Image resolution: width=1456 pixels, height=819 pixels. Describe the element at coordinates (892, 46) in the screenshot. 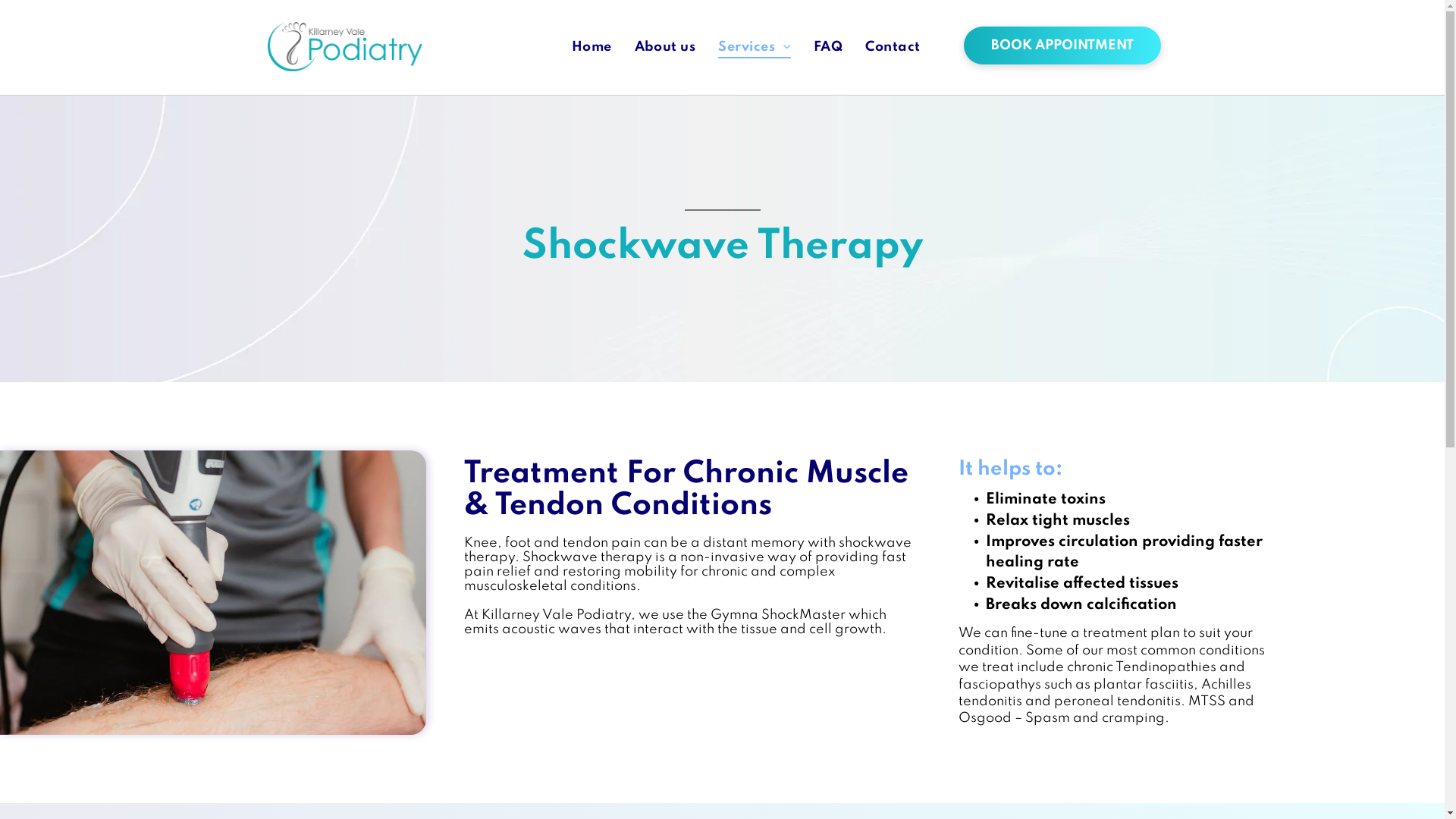

I see `'Contact'` at that location.